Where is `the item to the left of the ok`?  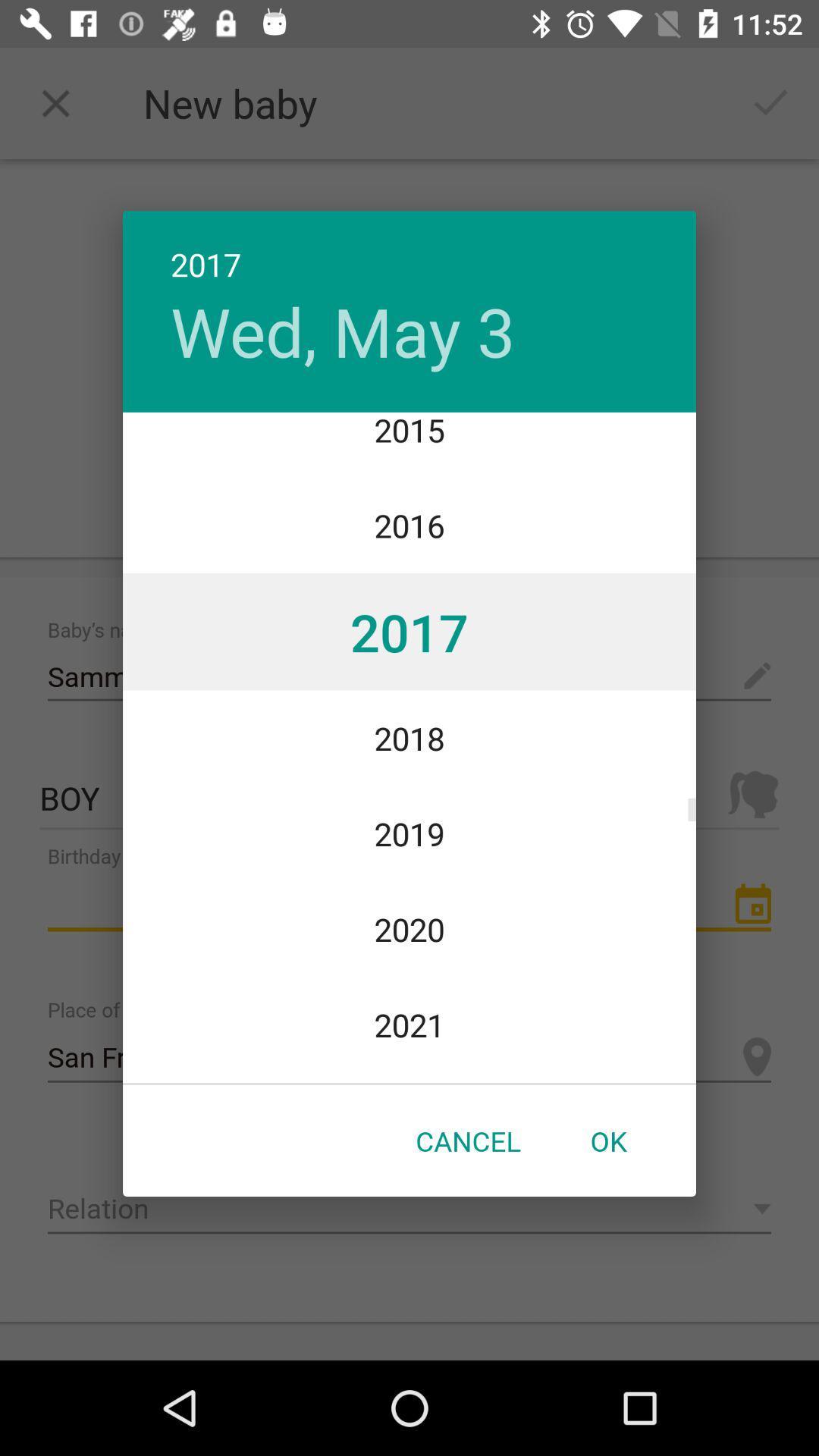
the item to the left of the ok is located at coordinates (467, 1141).